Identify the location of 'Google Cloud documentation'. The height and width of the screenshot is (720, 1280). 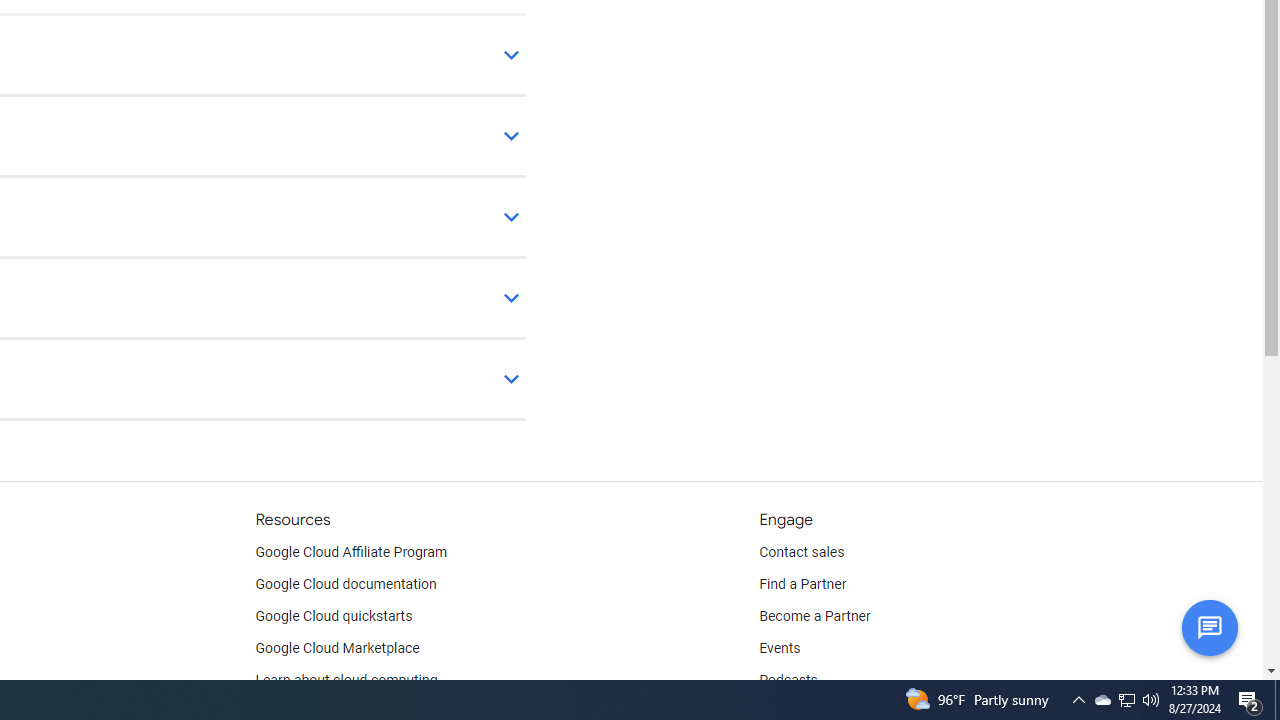
(345, 585).